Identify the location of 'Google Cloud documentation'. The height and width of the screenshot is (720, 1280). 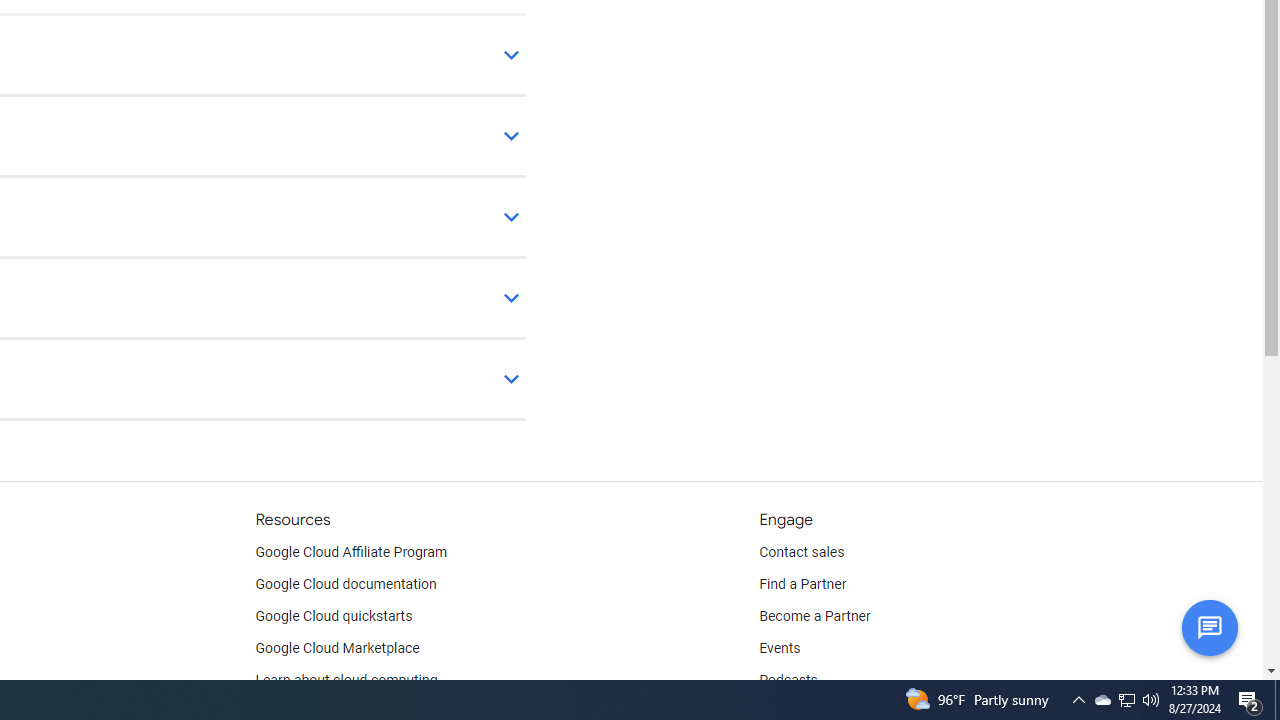
(345, 585).